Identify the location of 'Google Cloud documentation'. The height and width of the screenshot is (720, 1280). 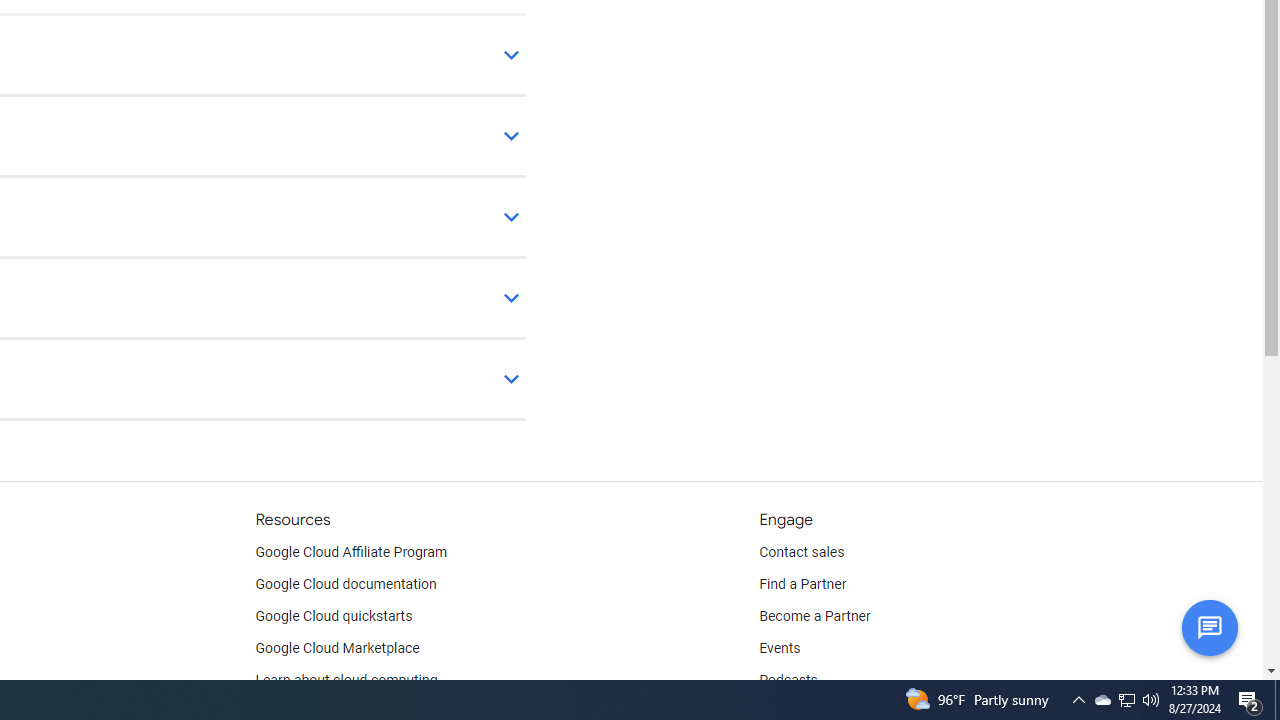
(345, 585).